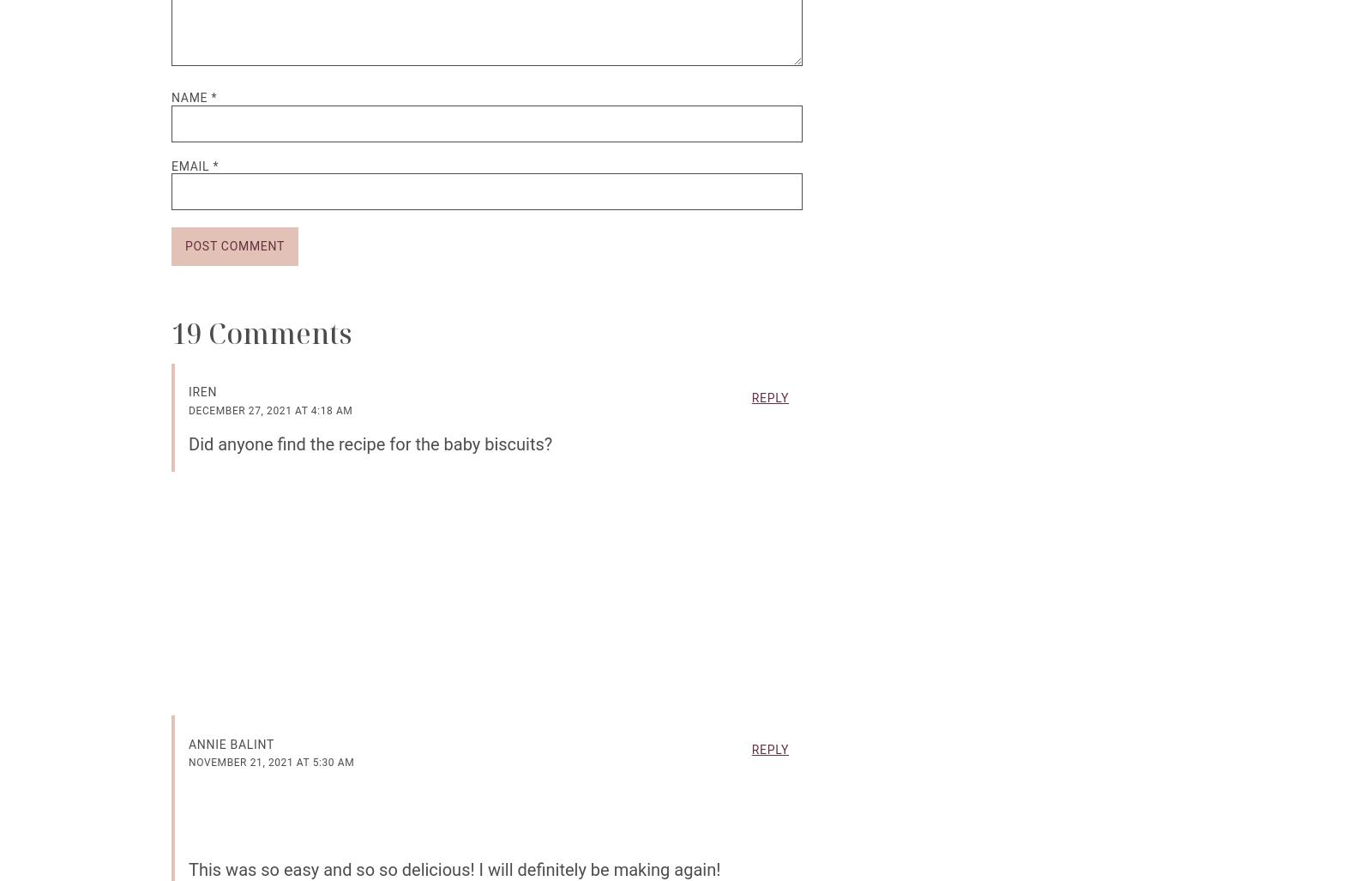  What do you see at coordinates (171, 96) in the screenshot?
I see `'Name'` at bounding box center [171, 96].